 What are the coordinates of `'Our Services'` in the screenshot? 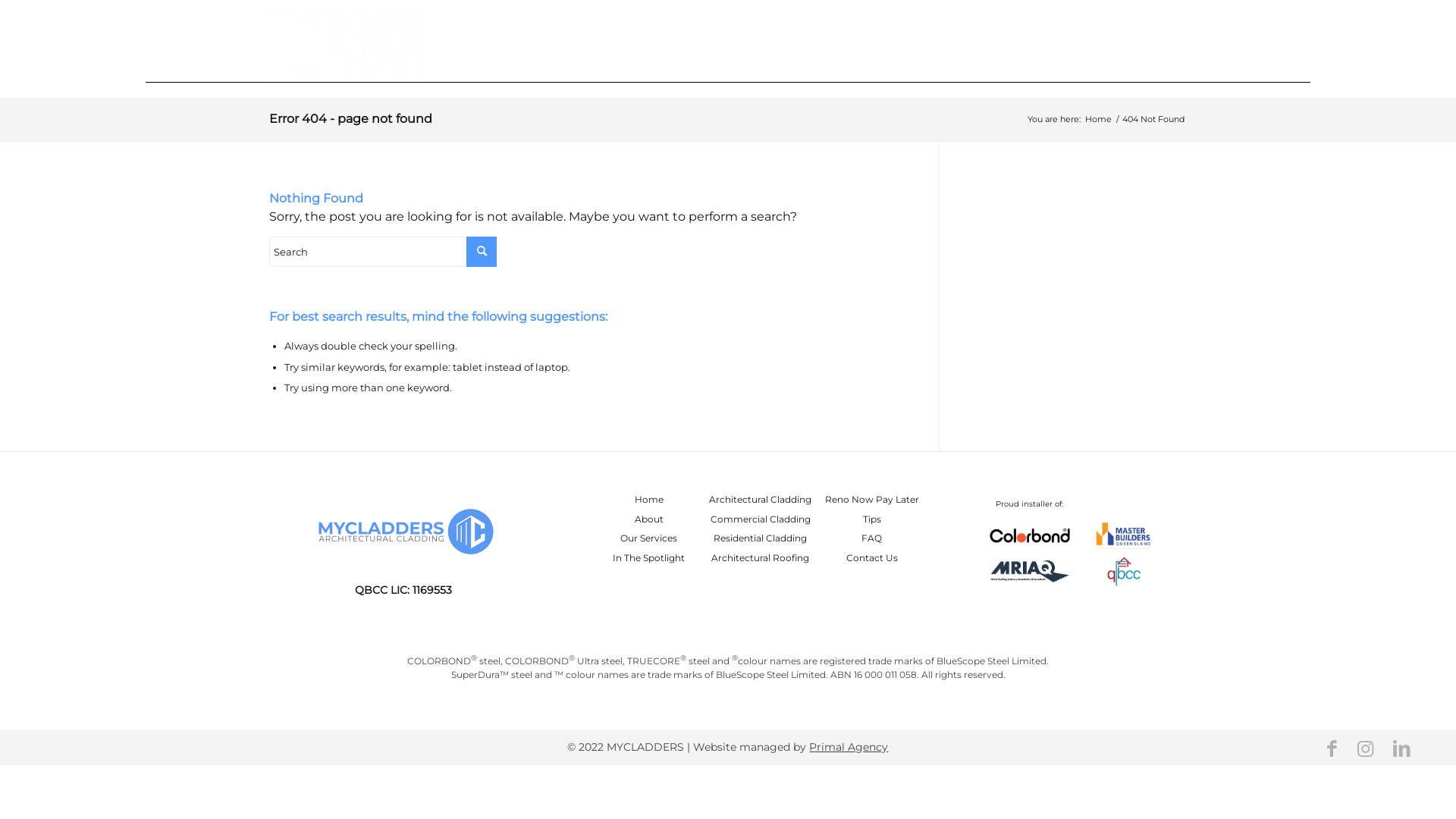 It's located at (648, 537).